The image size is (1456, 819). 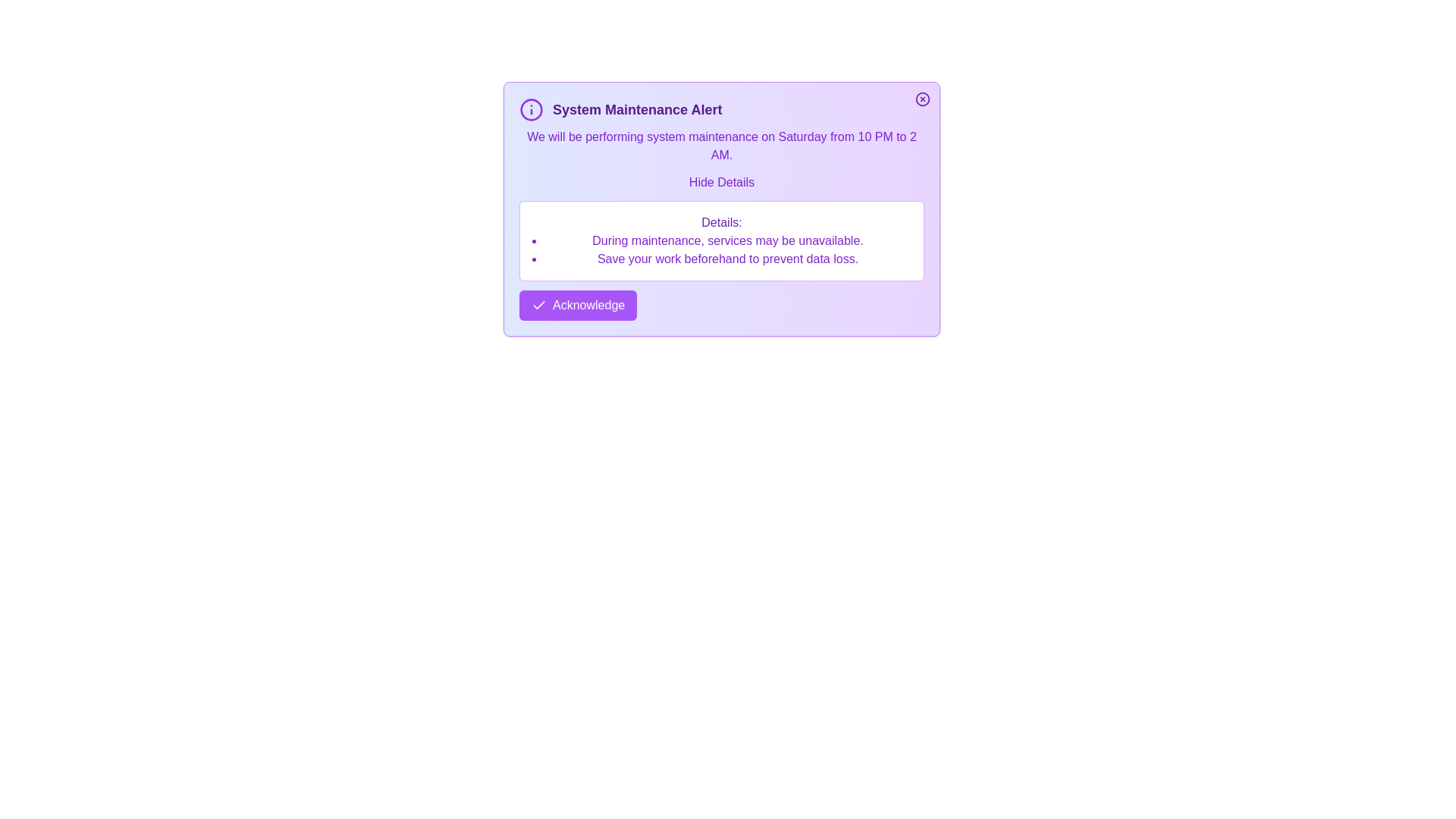 What do you see at coordinates (531, 109) in the screenshot?
I see `the information icon in the alert` at bounding box center [531, 109].